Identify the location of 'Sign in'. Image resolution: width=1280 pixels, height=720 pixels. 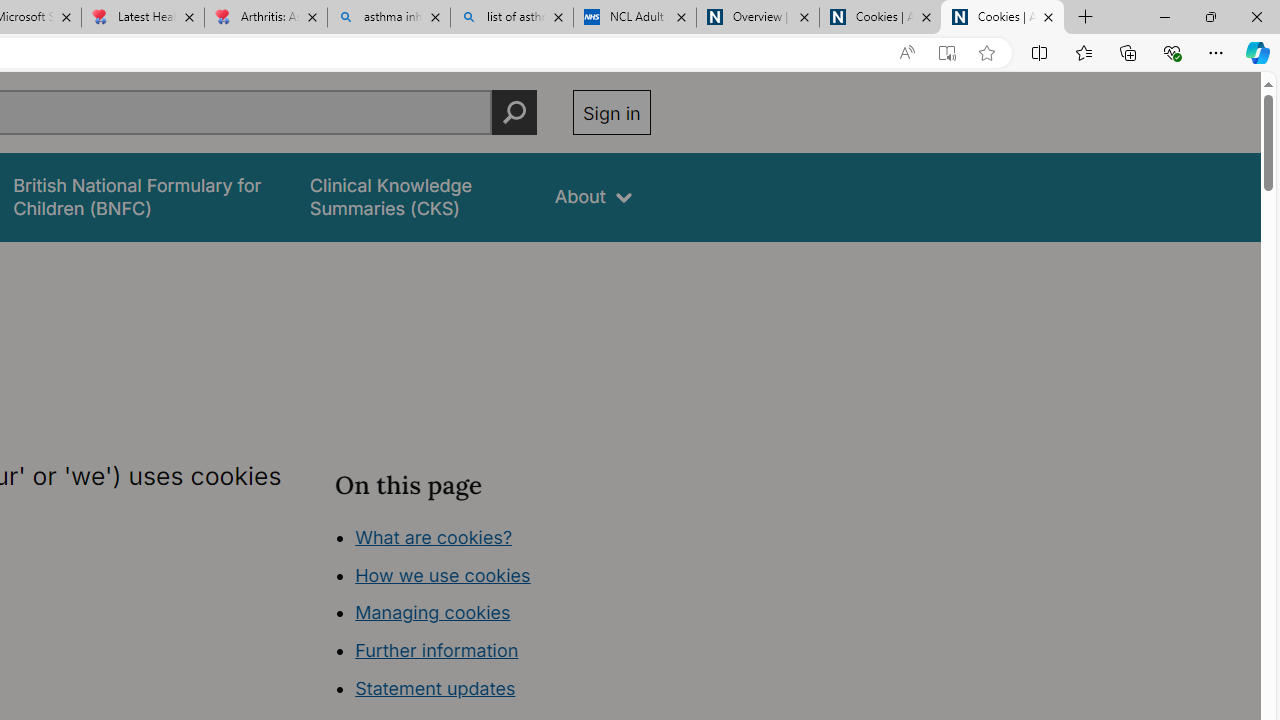
(610, 112).